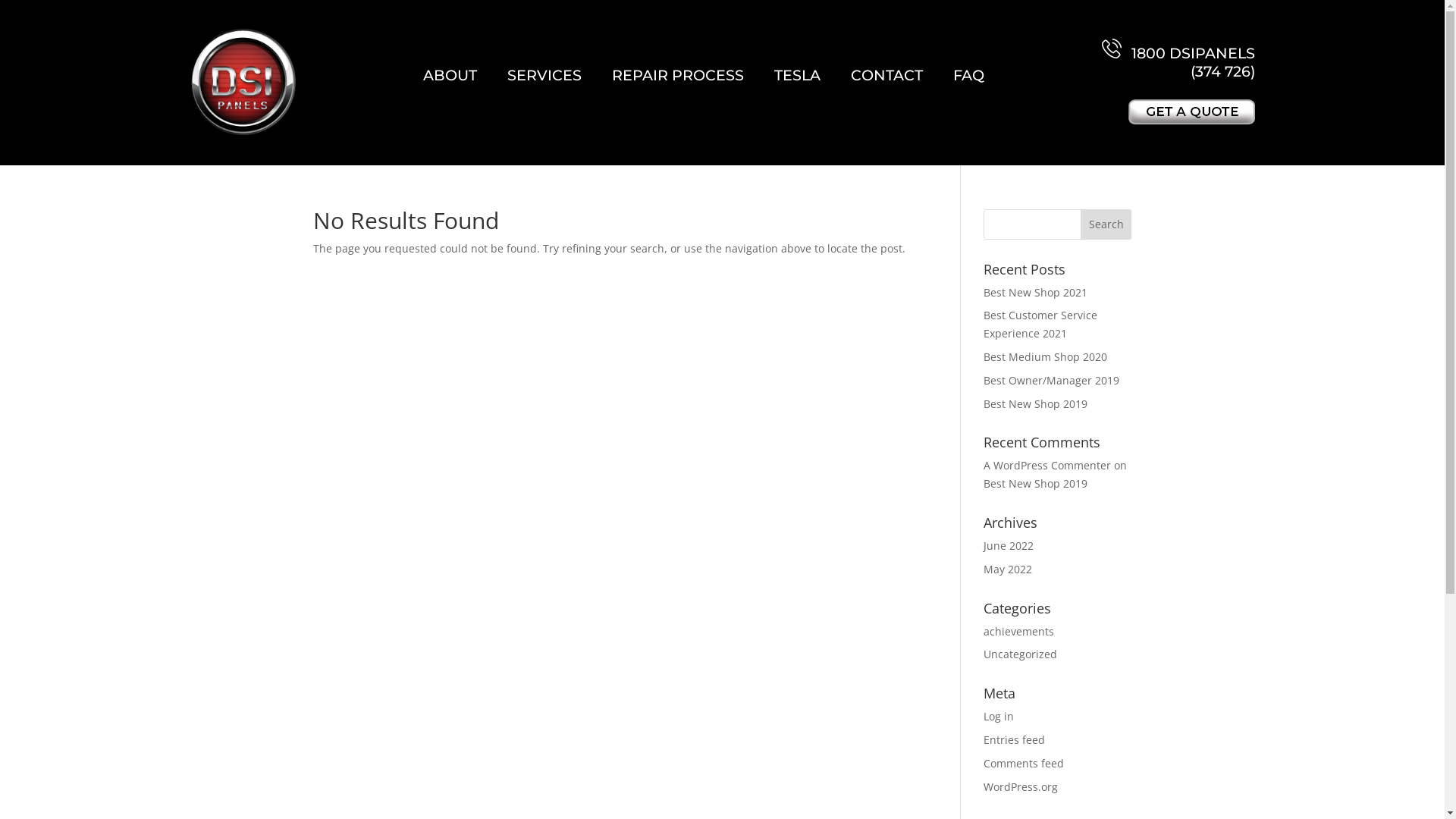 Image resolution: width=1456 pixels, height=819 pixels. What do you see at coordinates (1018, 631) in the screenshot?
I see `'achievements'` at bounding box center [1018, 631].